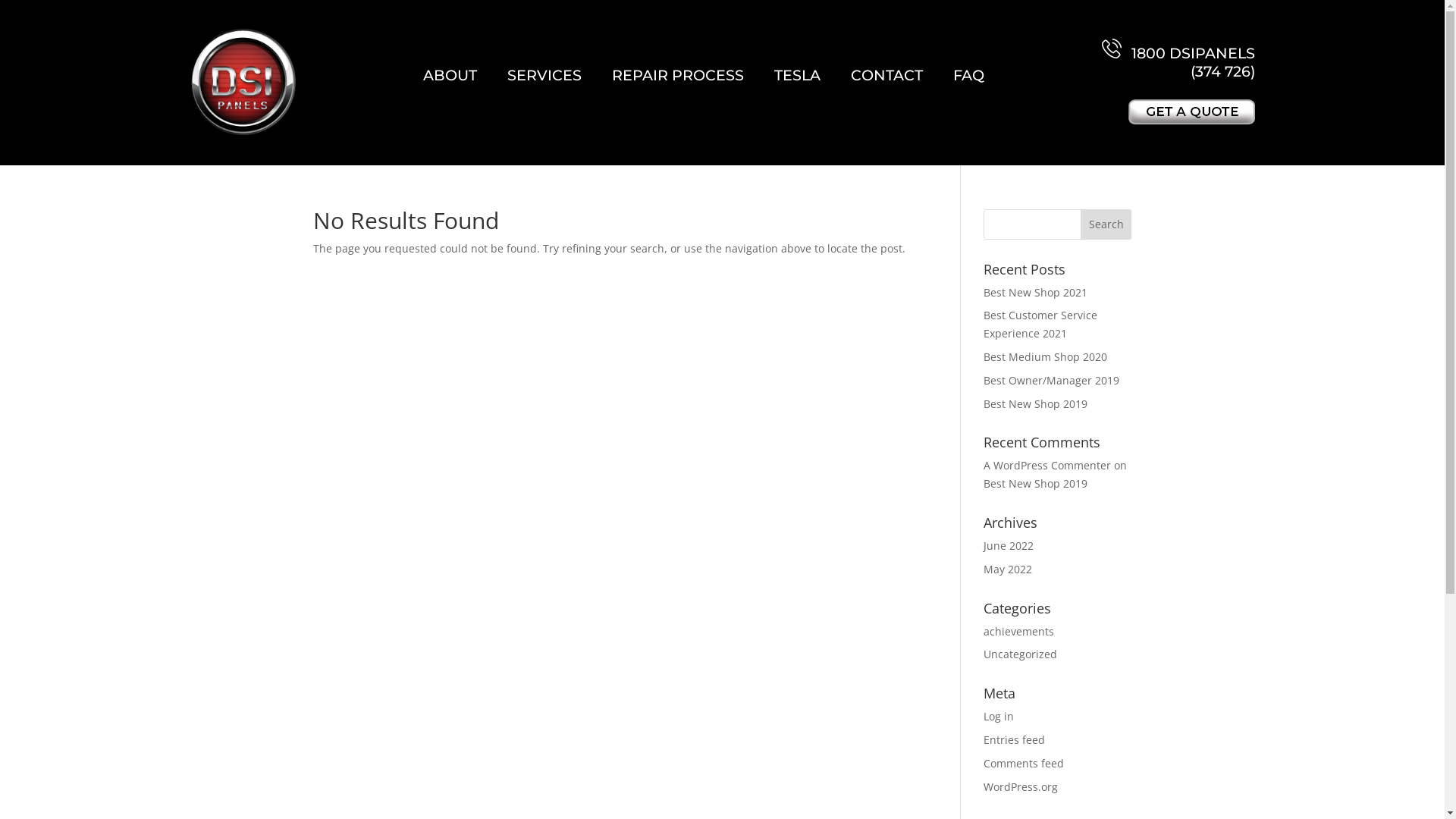 Image resolution: width=1456 pixels, height=819 pixels. What do you see at coordinates (1018, 631) in the screenshot?
I see `'achievements'` at bounding box center [1018, 631].